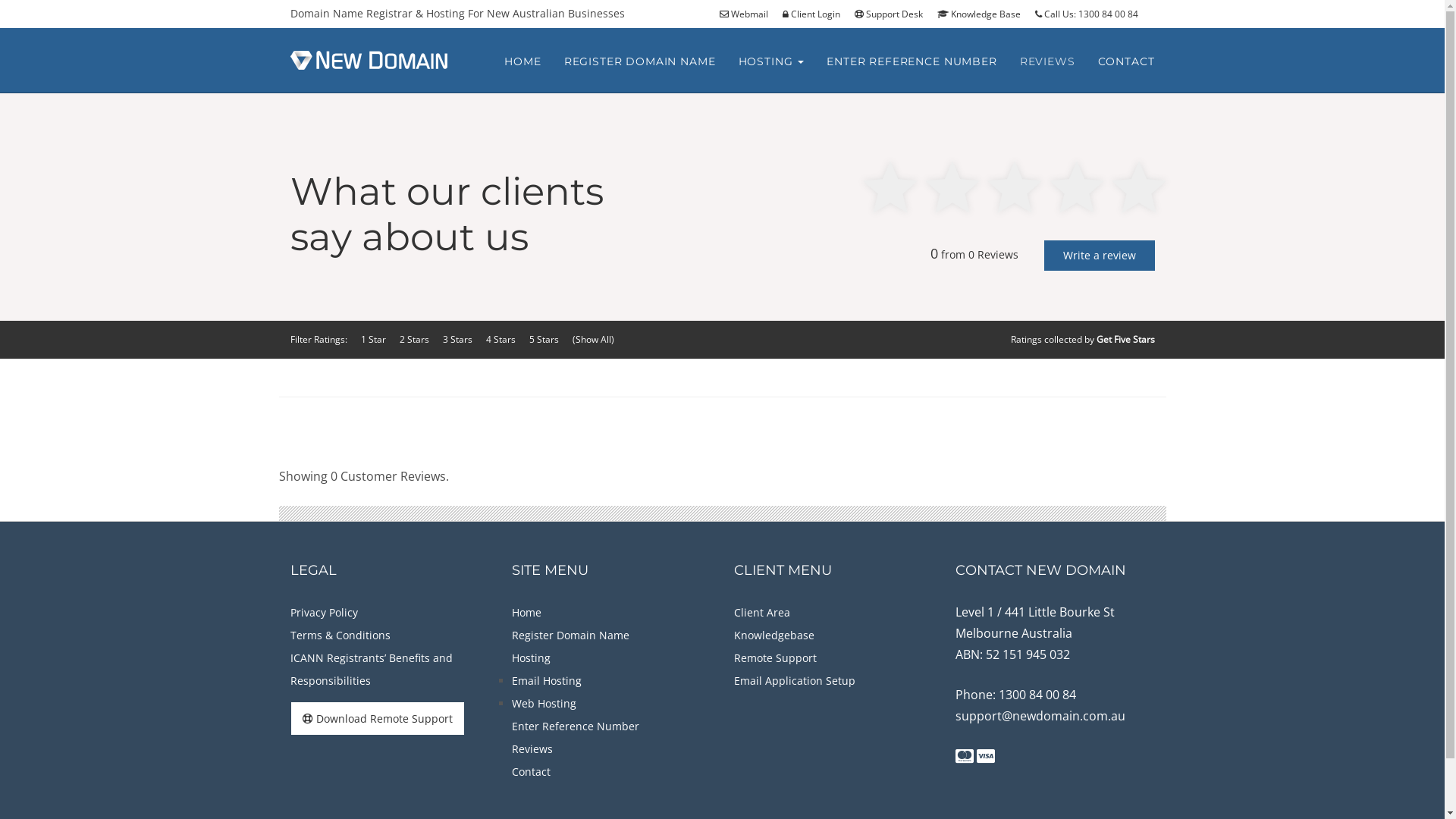 The image size is (1456, 819). Describe the element at coordinates (816, 14) in the screenshot. I see `'Client Login'` at that location.